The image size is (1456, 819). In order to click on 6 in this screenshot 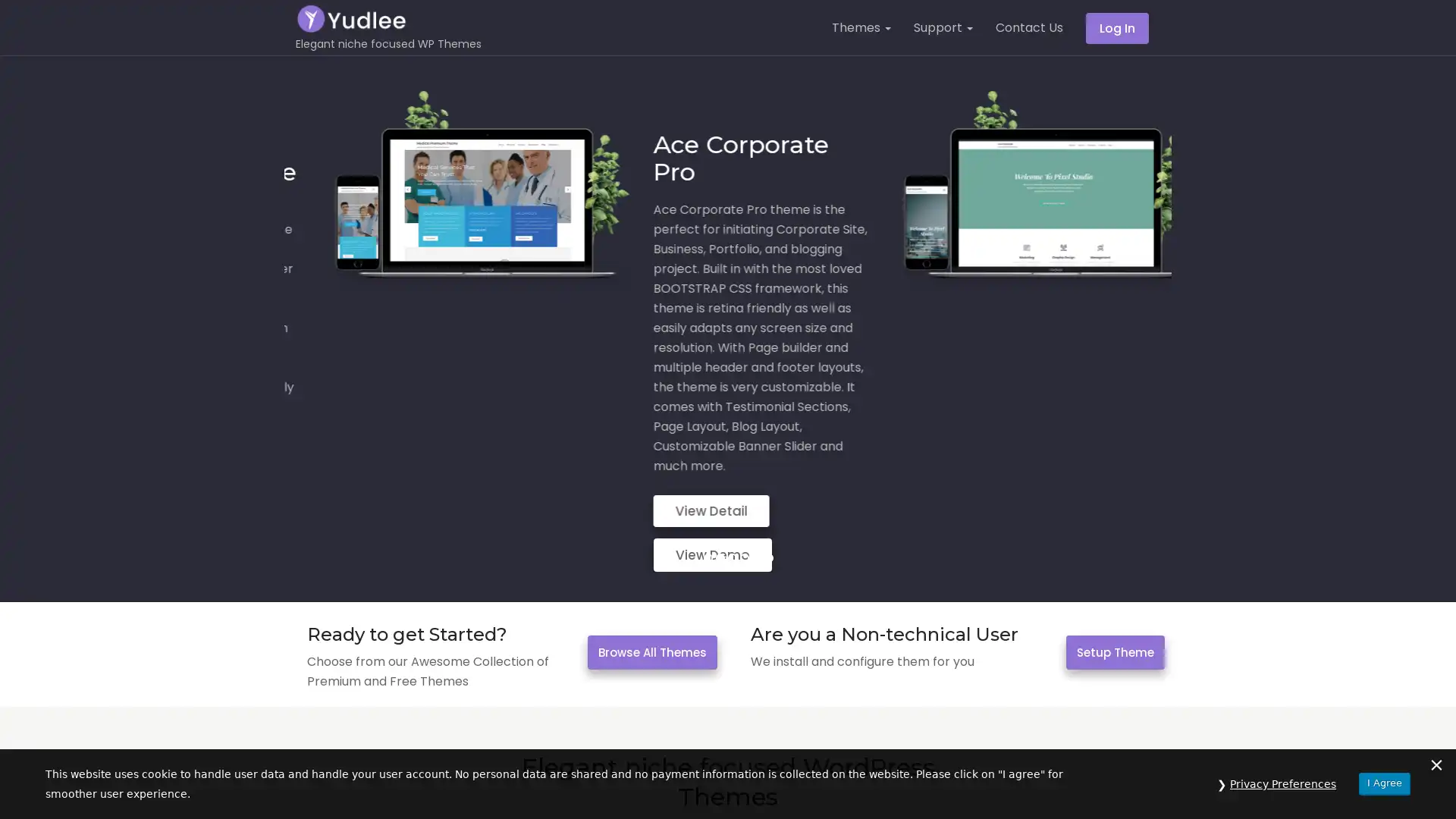, I will do `click(767, 451)`.